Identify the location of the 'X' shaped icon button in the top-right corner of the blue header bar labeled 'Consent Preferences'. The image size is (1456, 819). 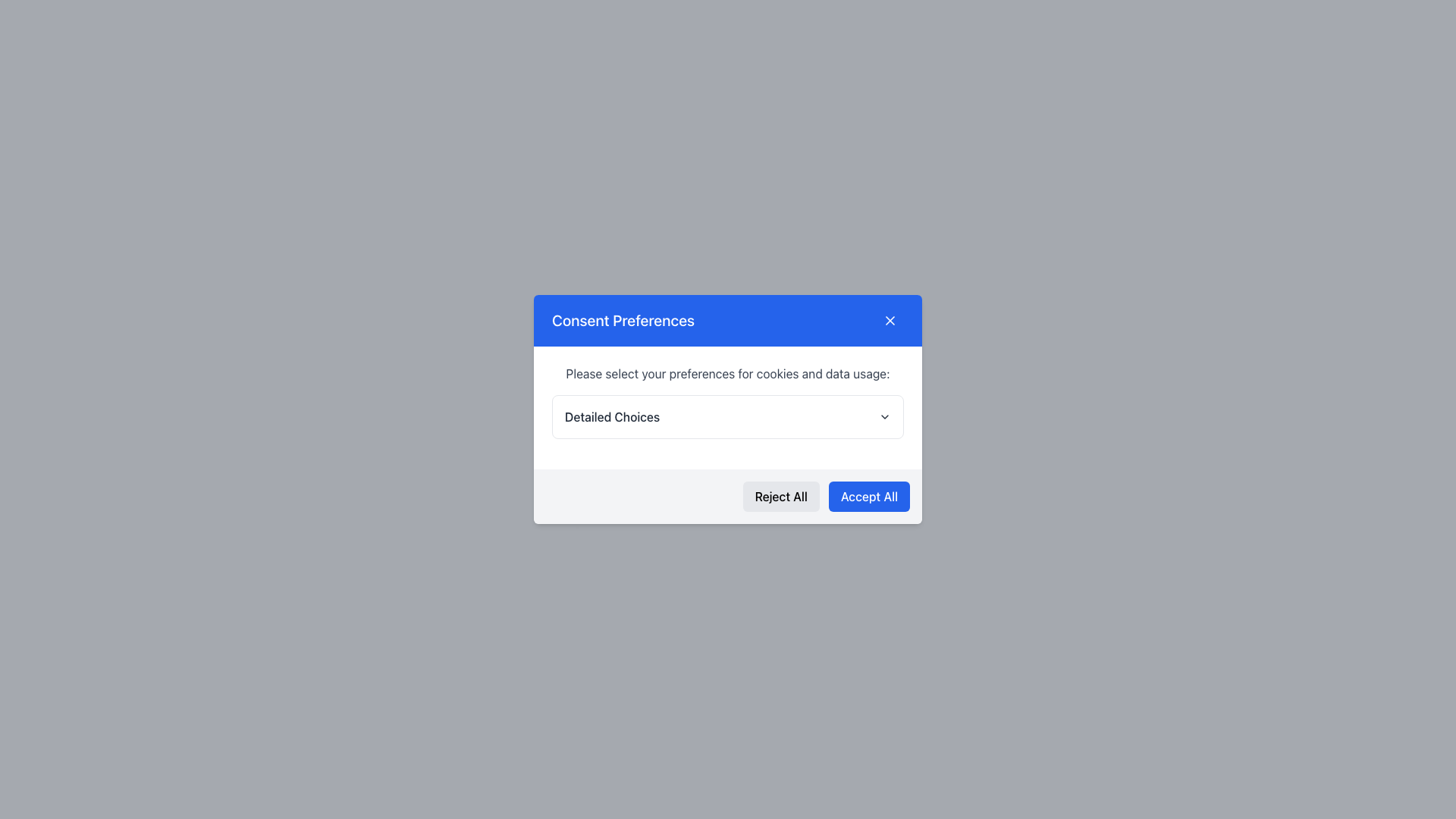
(890, 320).